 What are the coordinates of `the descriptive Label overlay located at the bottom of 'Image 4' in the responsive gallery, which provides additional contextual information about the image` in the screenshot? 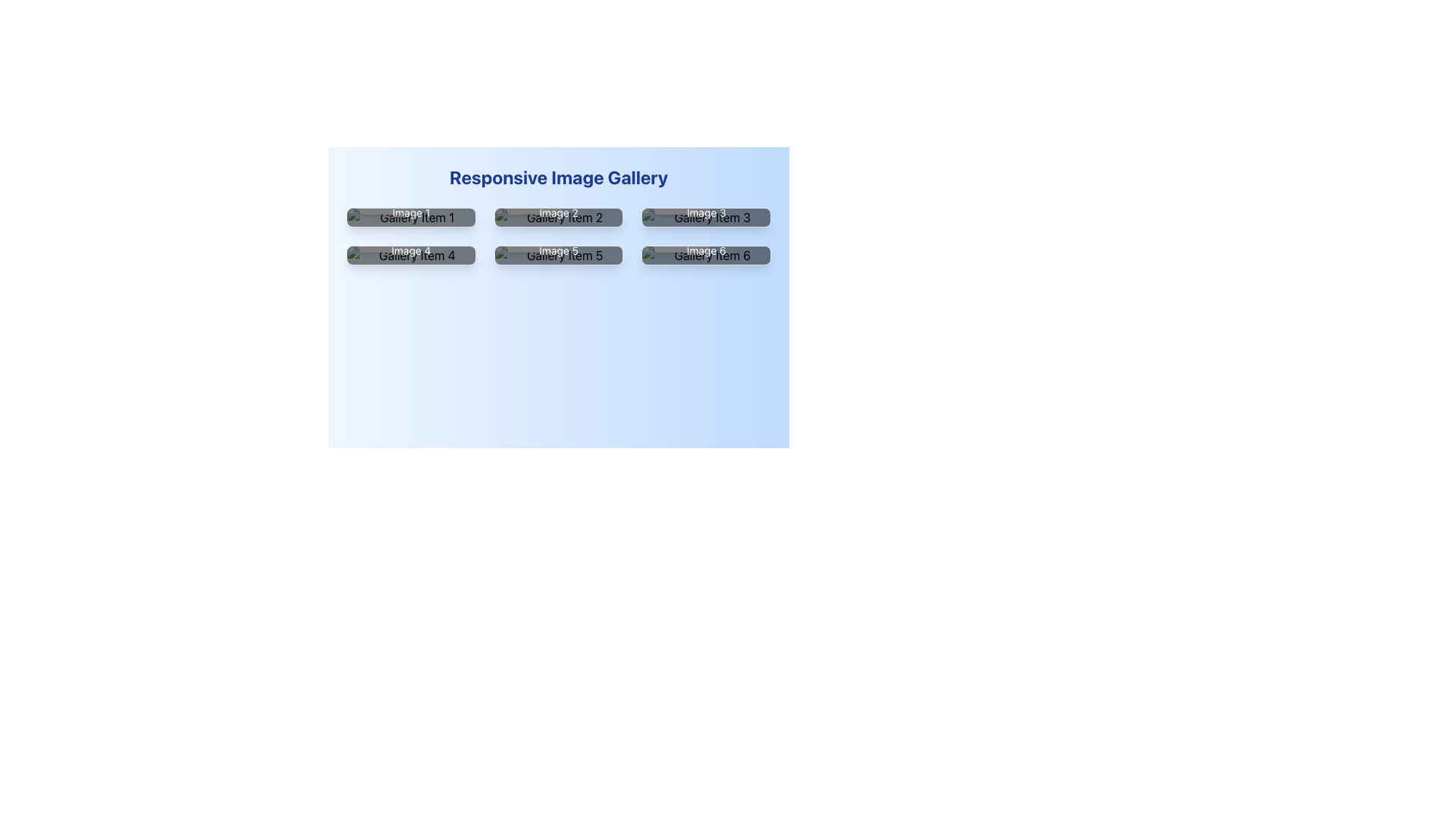 It's located at (411, 242).